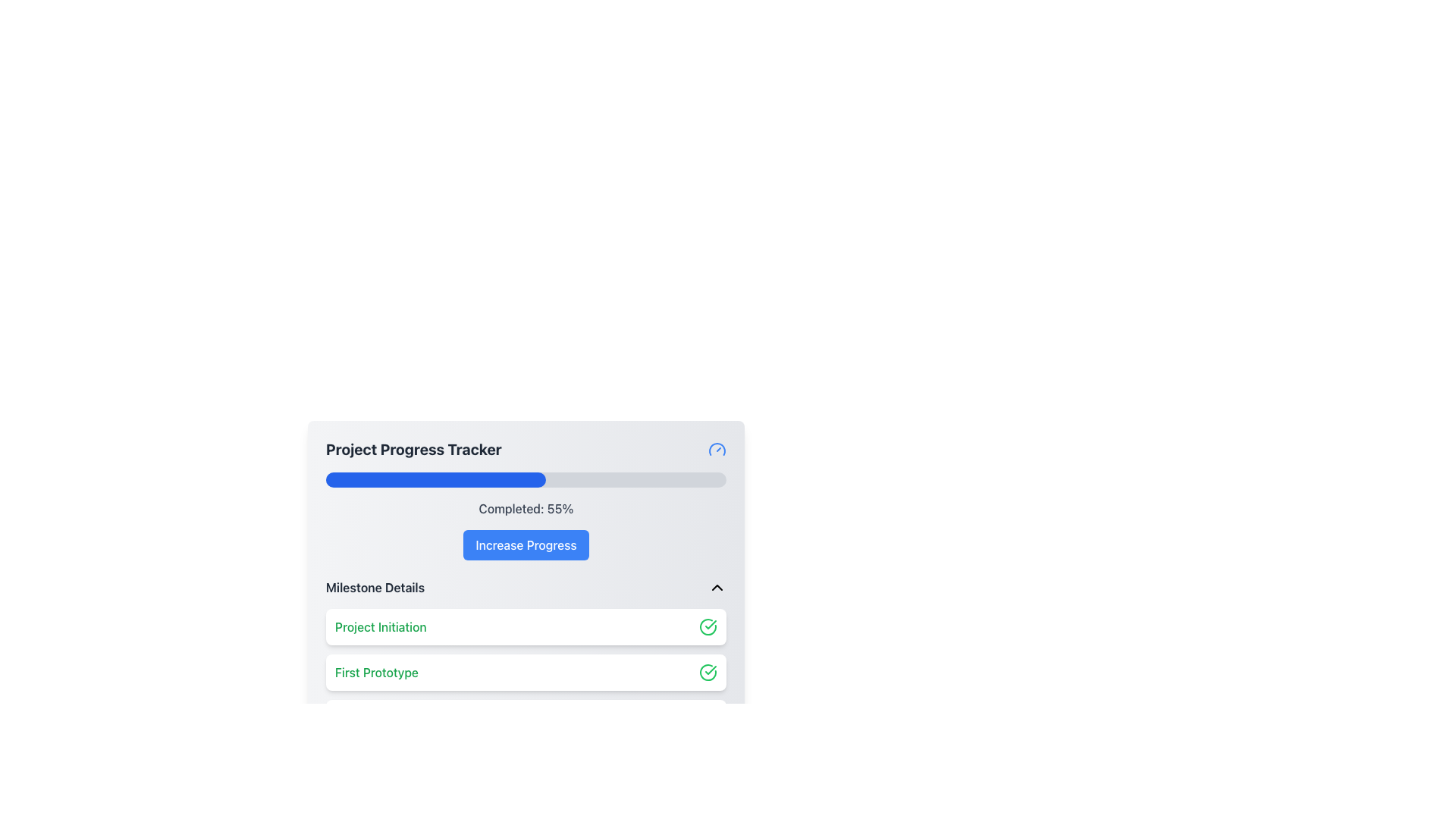 The height and width of the screenshot is (819, 1456). Describe the element at coordinates (377, 672) in the screenshot. I see `the milestone label located under the 'Milestone Details' section` at that location.